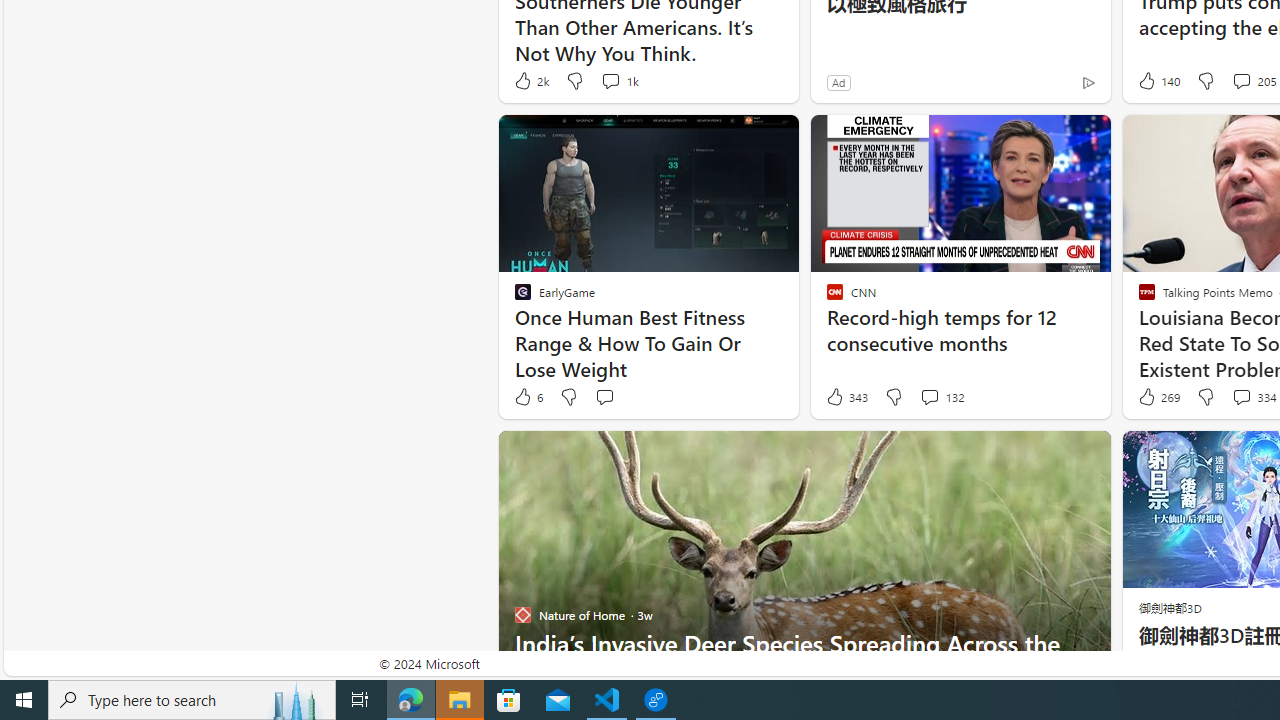  I want to click on 'View comments 1k Comment', so click(609, 80).